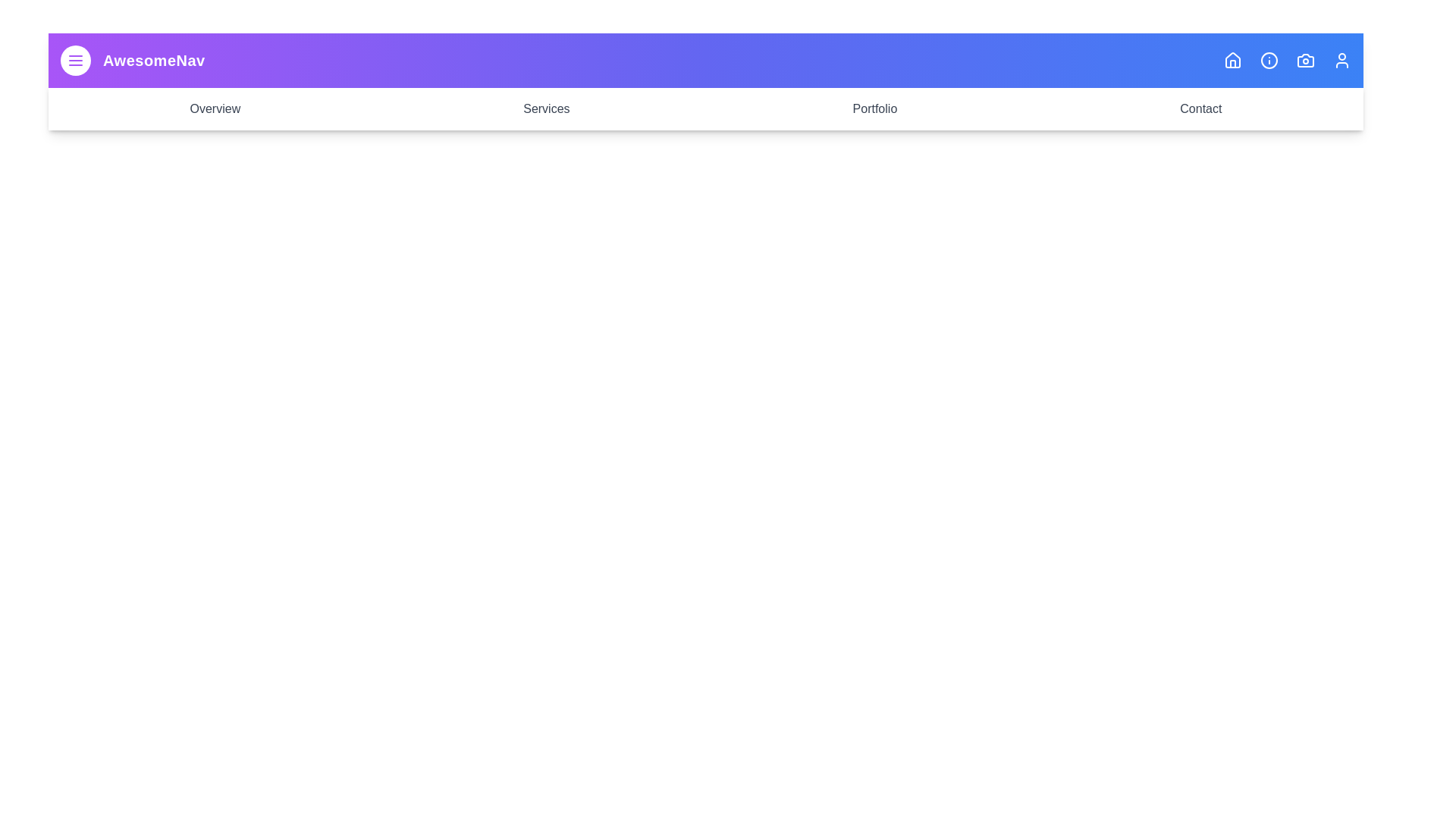  What do you see at coordinates (1342, 60) in the screenshot?
I see `the User icon in the app bar` at bounding box center [1342, 60].